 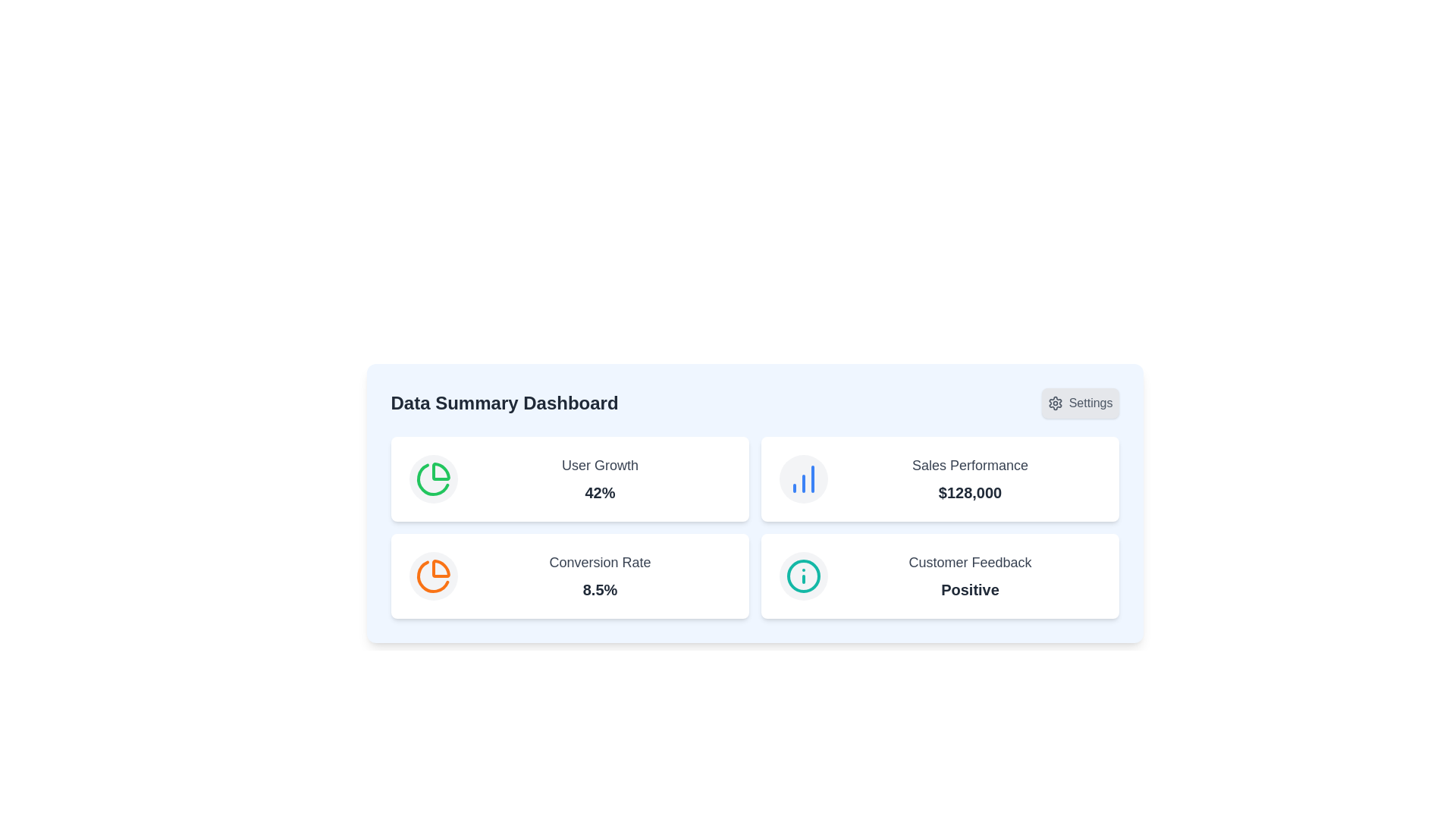 I want to click on the text label displaying 'User Growth' in bold, medium size, dark gray color, located at the top of a card within the data dashboard, so click(x=599, y=464).